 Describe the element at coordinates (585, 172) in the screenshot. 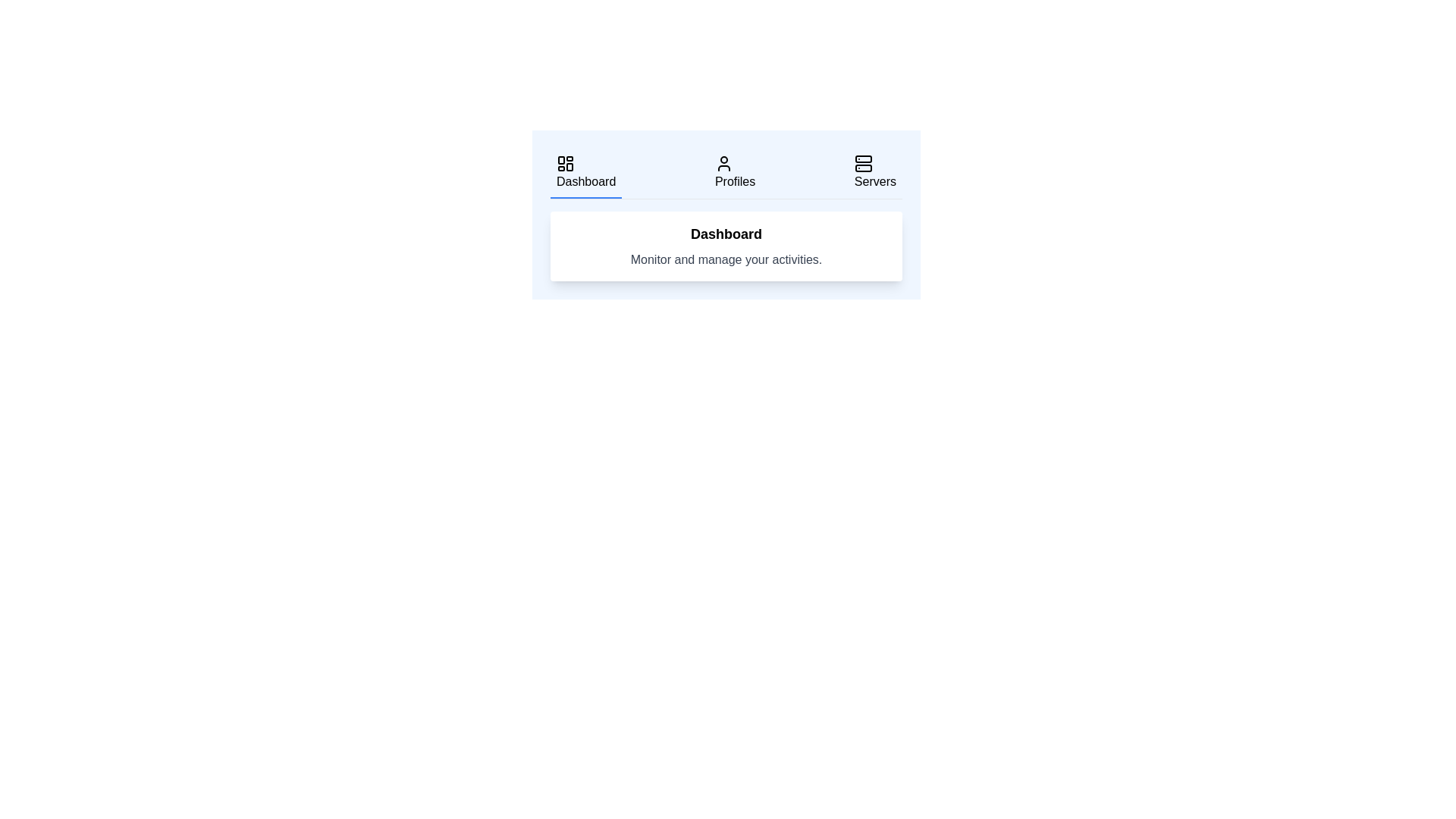

I see `the tab labeled Dashboard` at that location.